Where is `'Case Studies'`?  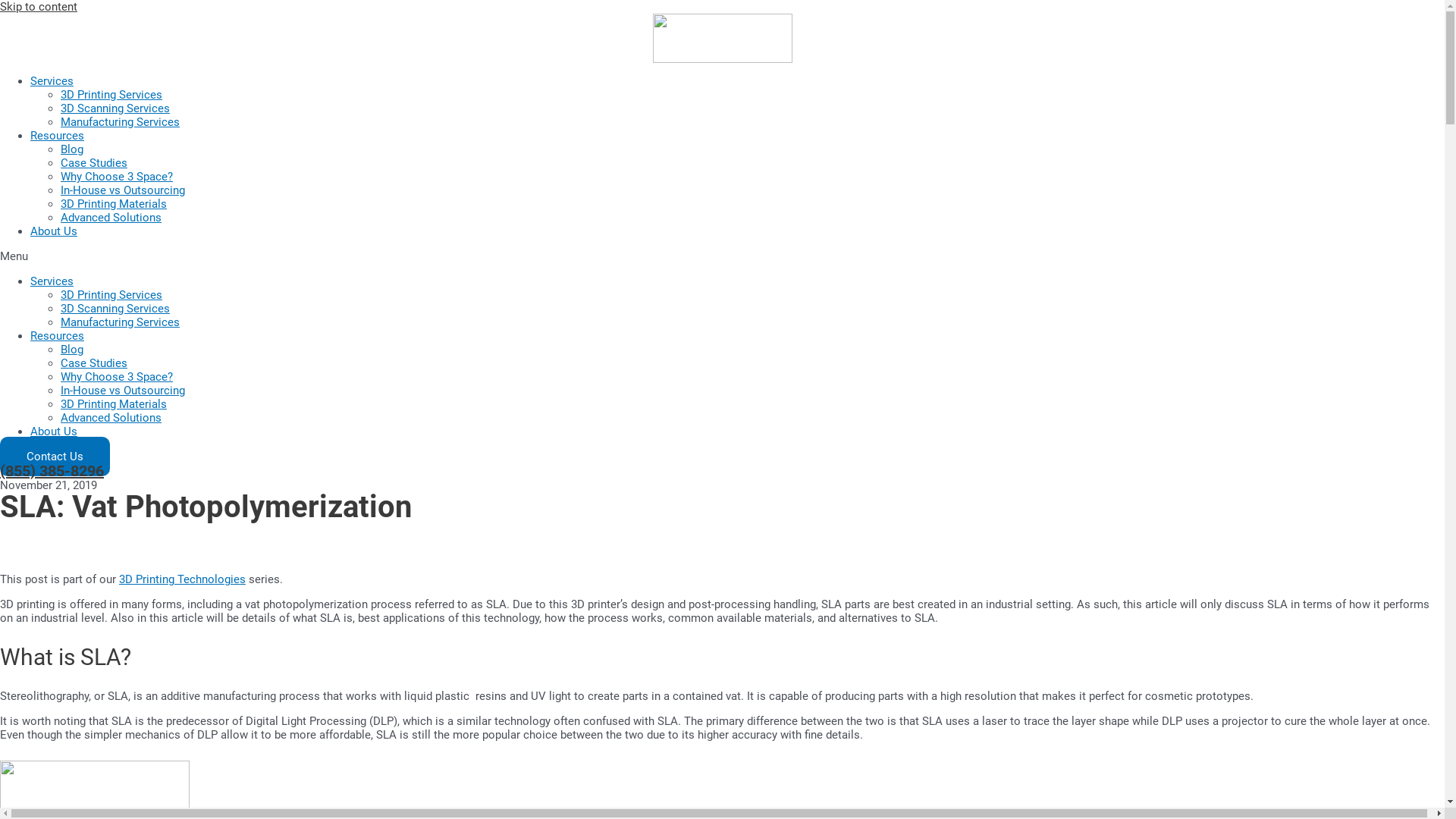
'Case Studies' is located at coordinates (93, 163).